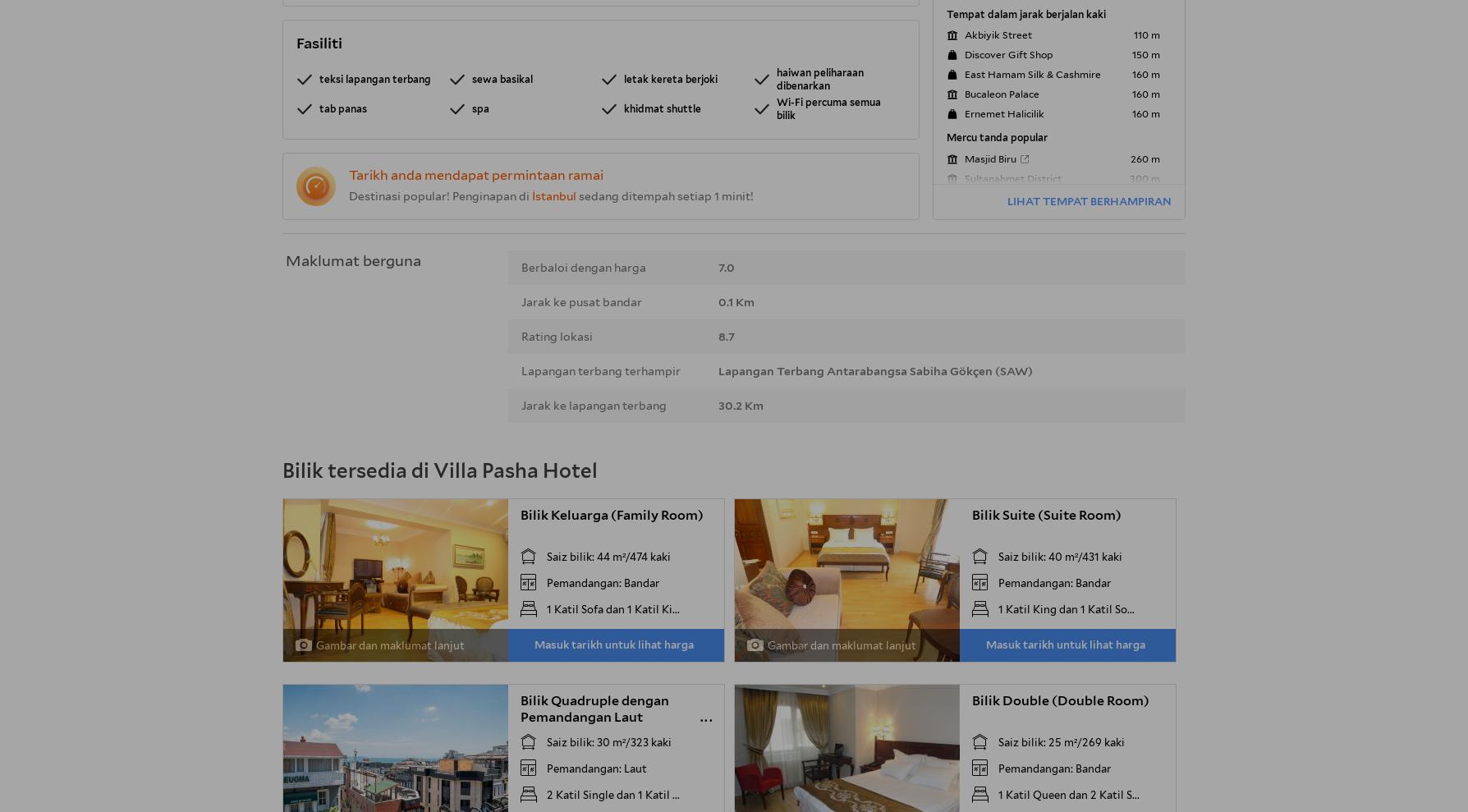  What do you see at coordinates (580, 301) in the screenshot?
I see `'Jarak ke pusat bandar'` at bounding box center [580, 301].